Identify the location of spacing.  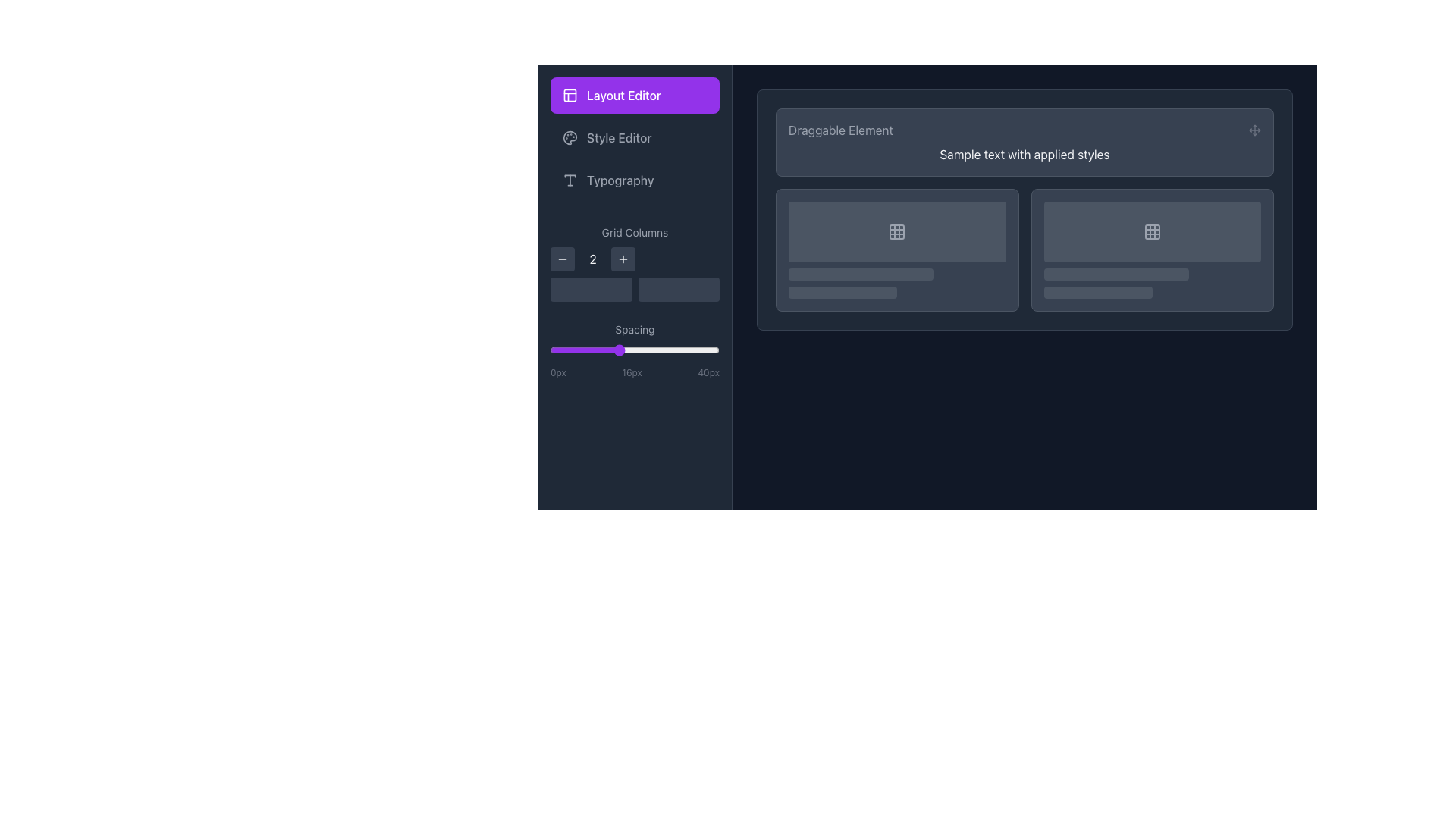
(635, 350).